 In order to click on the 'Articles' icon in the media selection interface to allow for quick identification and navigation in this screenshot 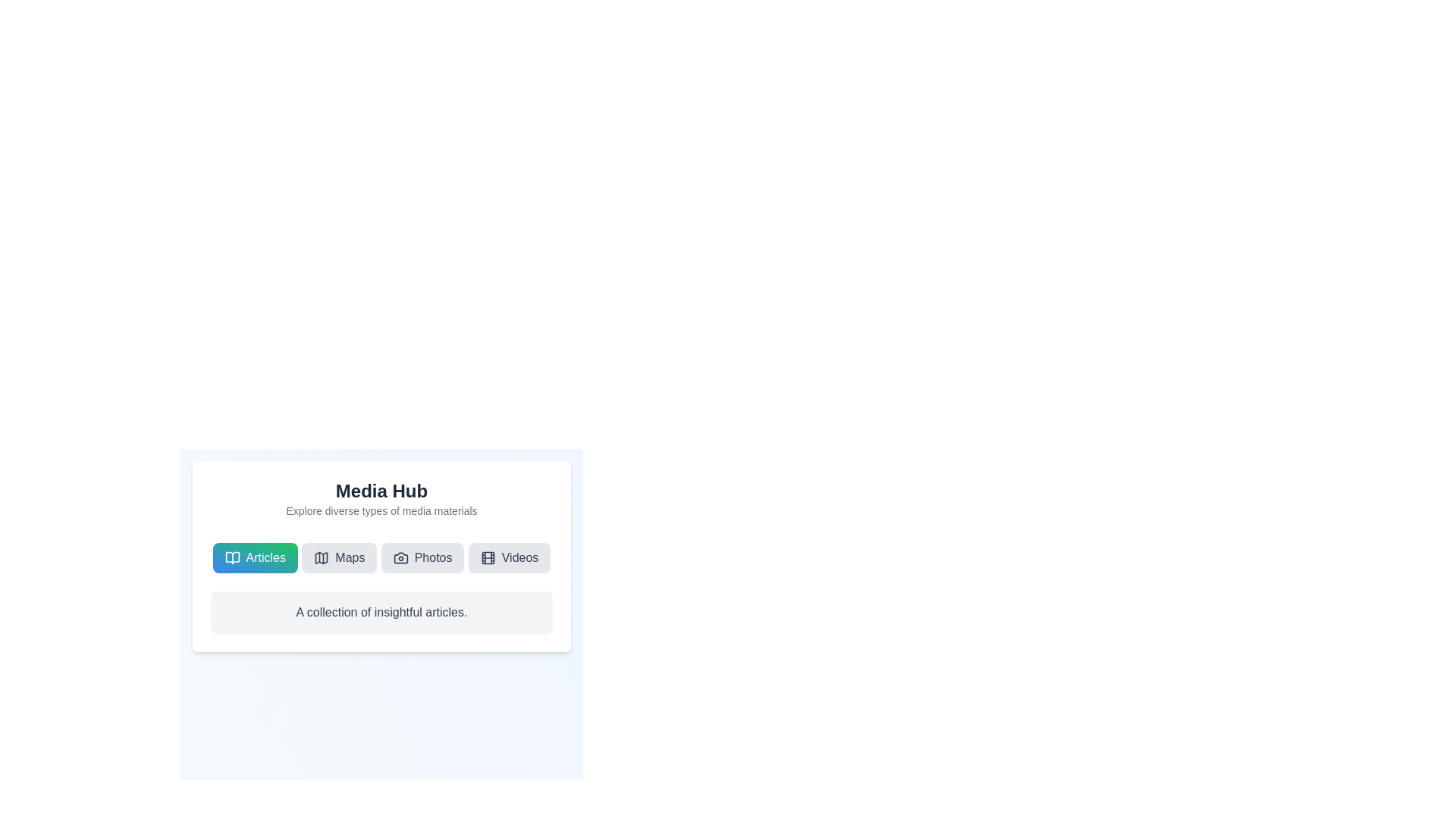, I will do `click(231, 558)`.